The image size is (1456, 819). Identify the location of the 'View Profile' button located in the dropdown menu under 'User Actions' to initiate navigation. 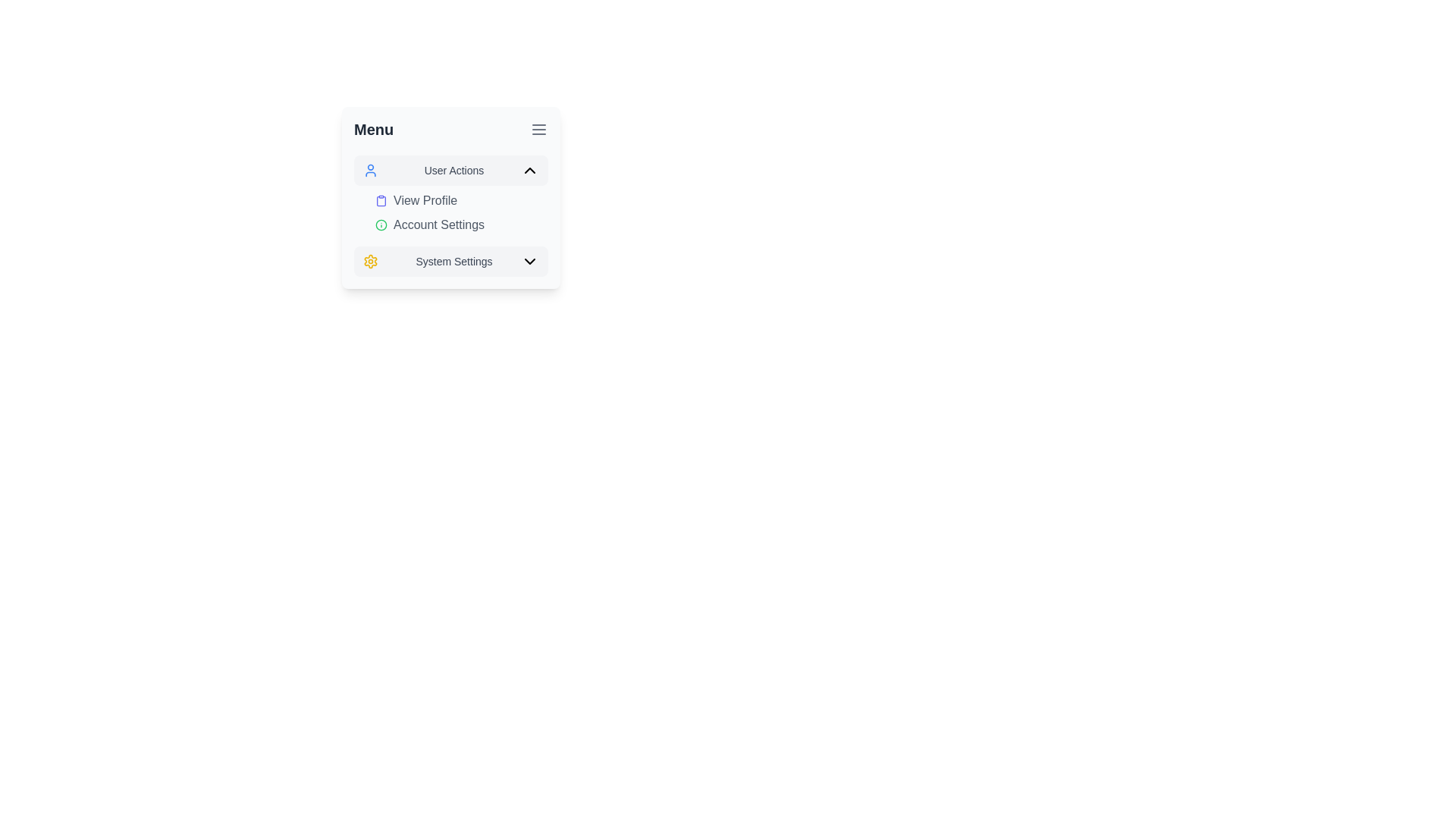
(461, 200).